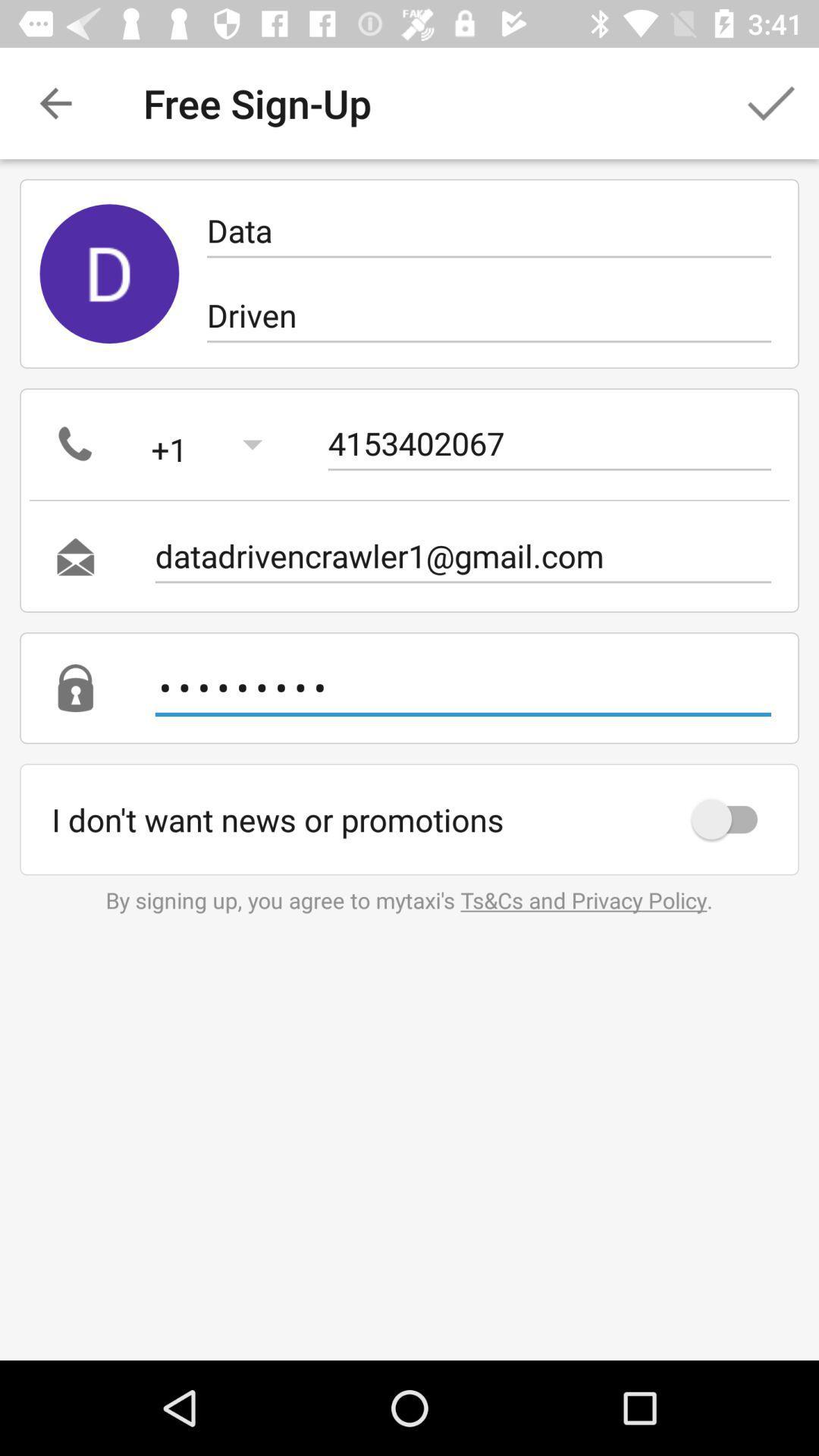  What do you see at coordinates (408, 899) in the screenshot?
I see `the by signing up item` at bounding box center [408, 899].